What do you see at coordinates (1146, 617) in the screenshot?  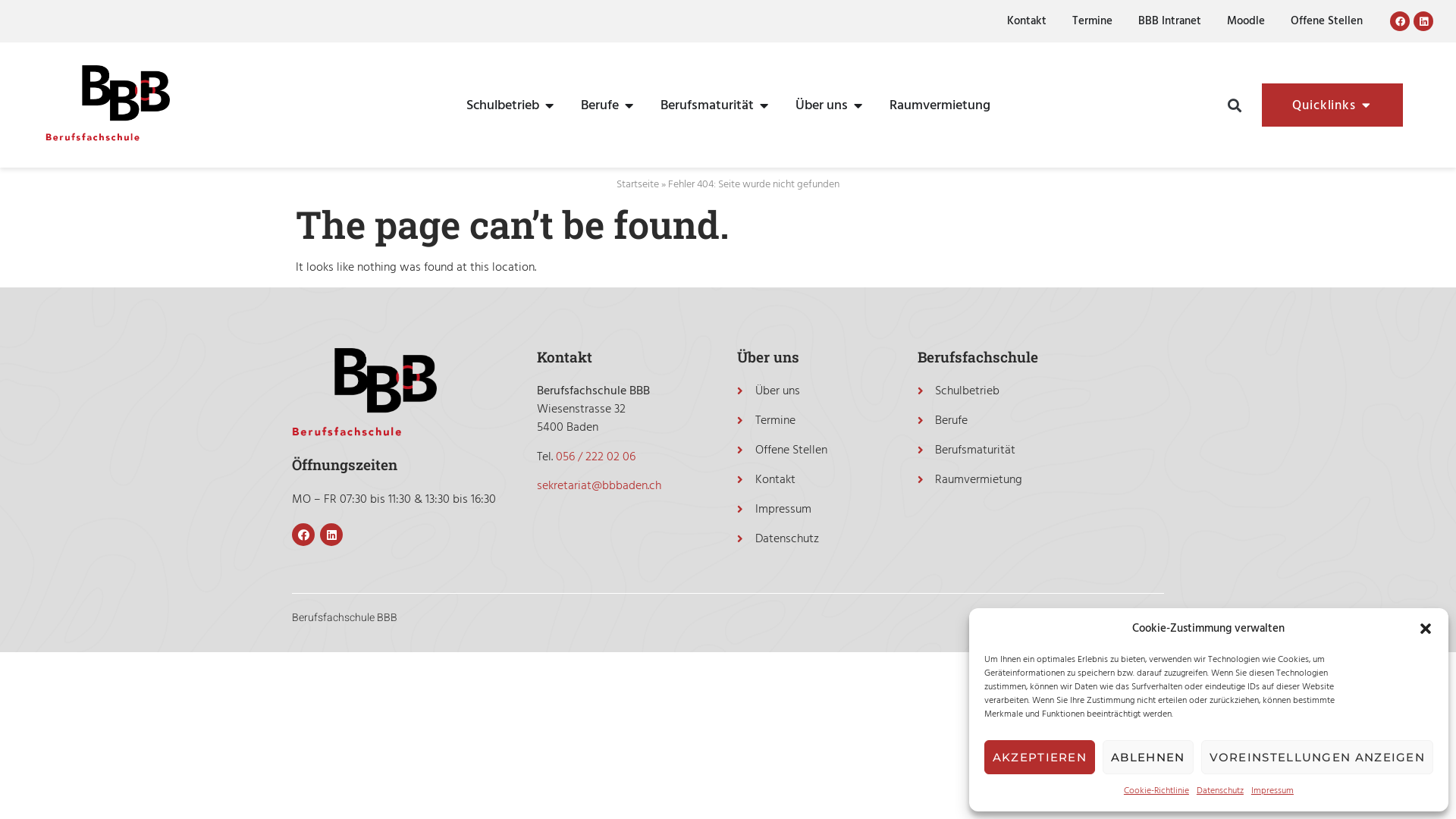 I see `'aretis.ch'` at bounding box center [1146, 617].